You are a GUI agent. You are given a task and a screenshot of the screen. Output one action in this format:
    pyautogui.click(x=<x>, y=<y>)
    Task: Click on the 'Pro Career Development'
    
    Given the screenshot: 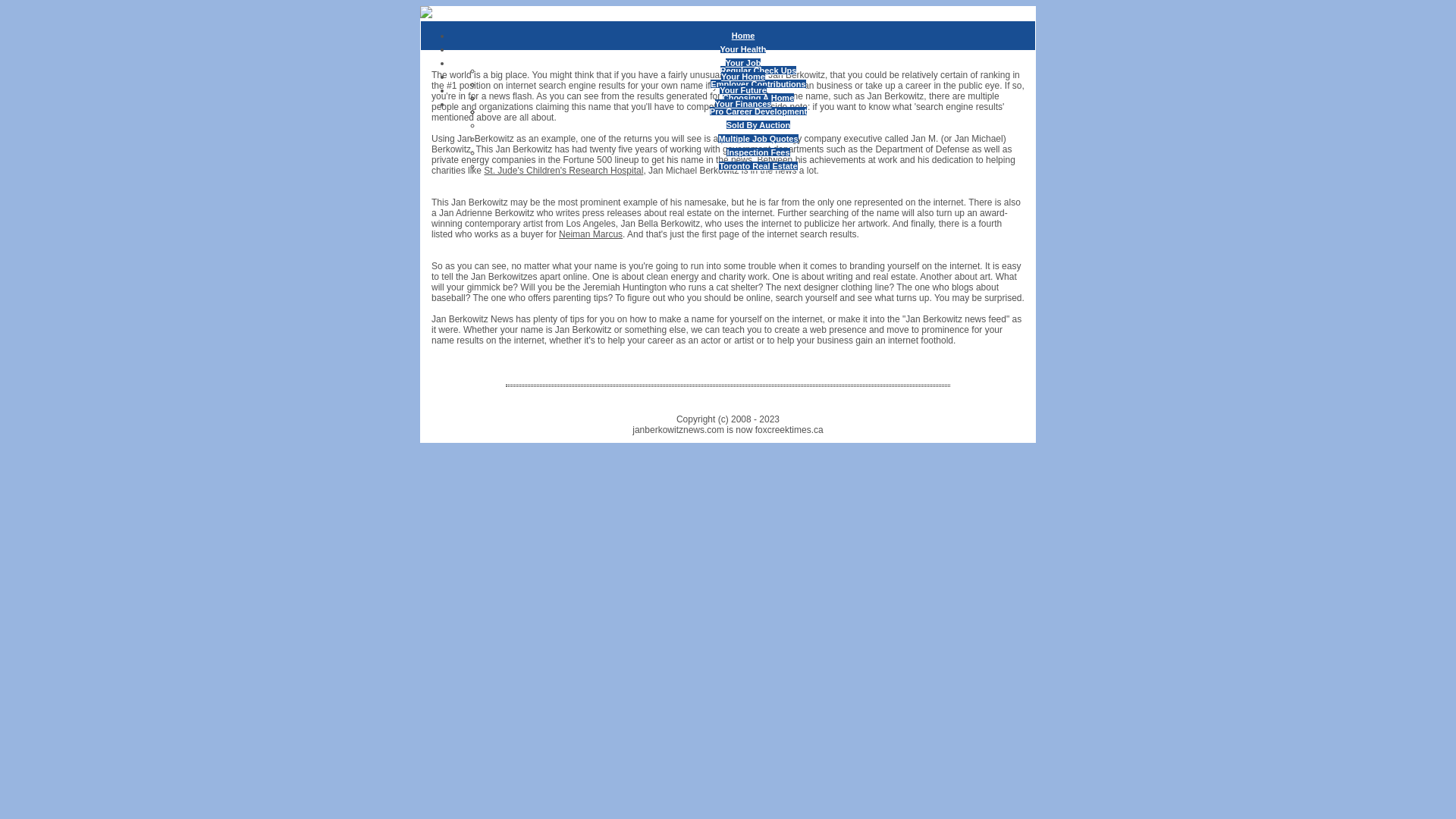 What is the action you would take?
    pyautogui.click(x=758, y=110)
    